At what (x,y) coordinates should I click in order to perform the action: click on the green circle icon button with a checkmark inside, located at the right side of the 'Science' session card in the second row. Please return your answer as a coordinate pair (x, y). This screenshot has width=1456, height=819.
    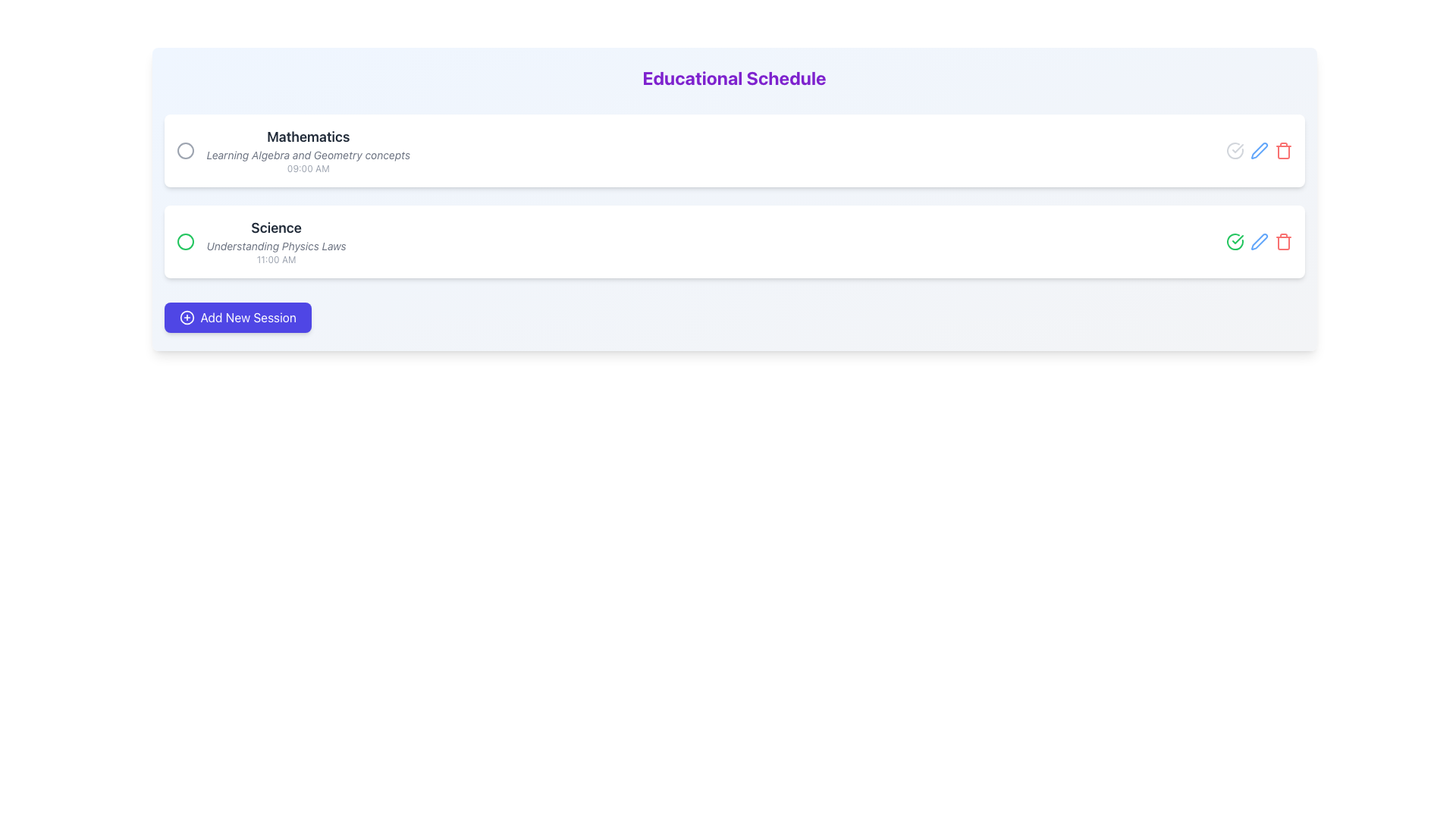
    Looking at the image, I should click on (1235, 241).